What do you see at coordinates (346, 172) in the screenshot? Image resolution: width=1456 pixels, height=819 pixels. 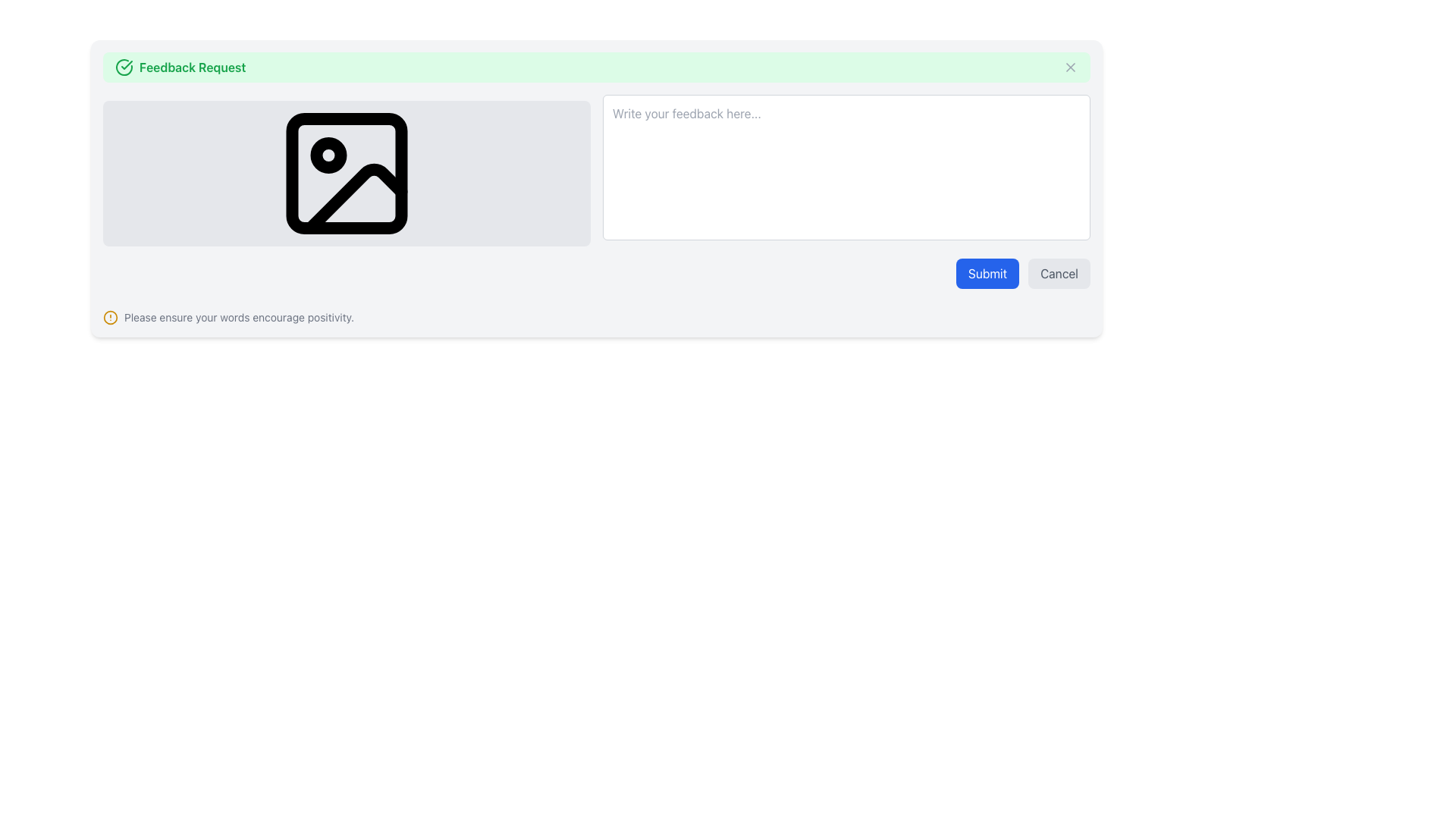 I see `the SVG shape component, which is a square with rounded corners located at the top left corner of the photograph icon within the feedback pane` at bounding box center [346, 172].